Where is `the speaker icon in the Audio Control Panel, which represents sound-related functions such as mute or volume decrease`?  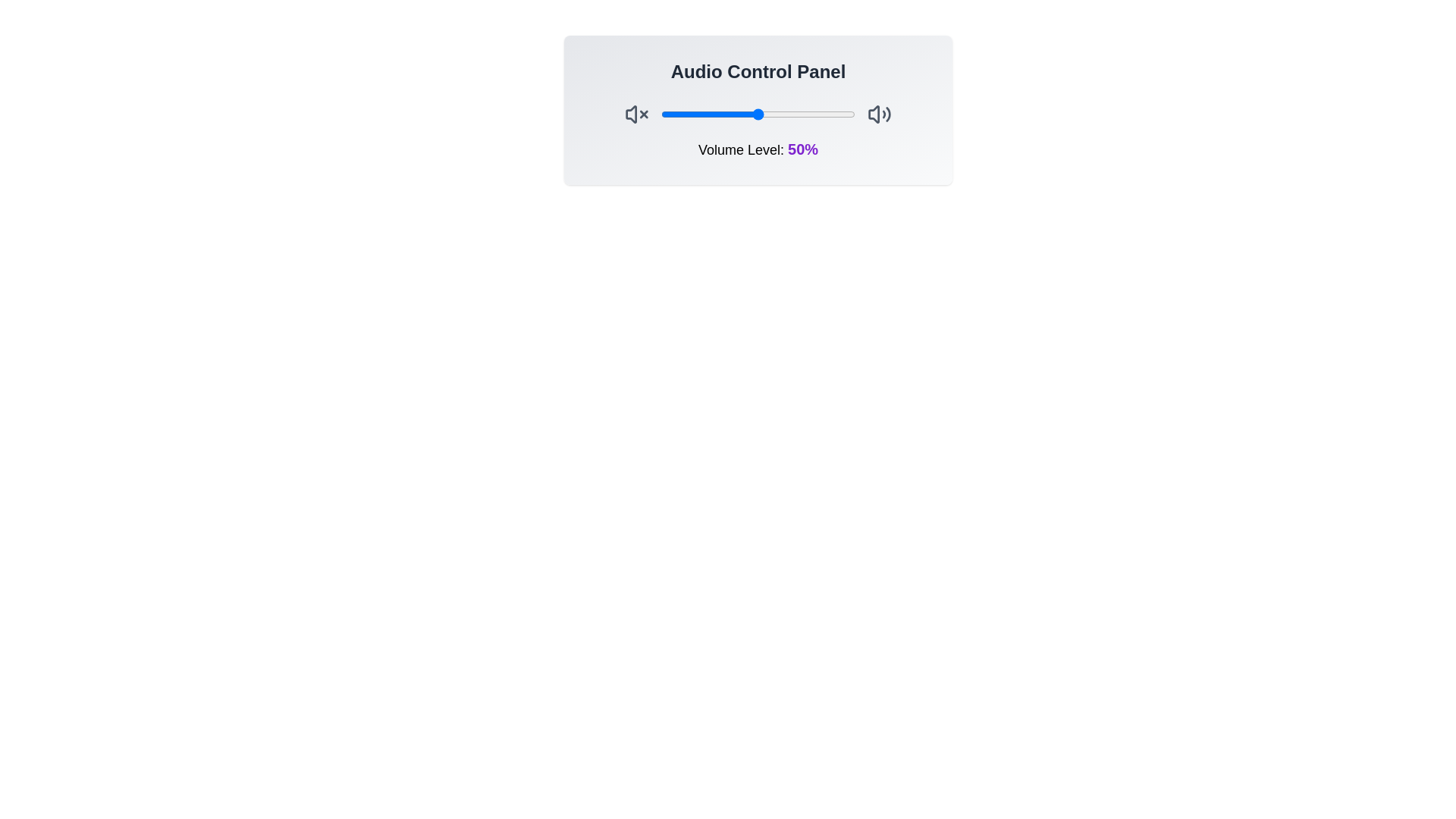
the speaker icon in the Audio Control Panel, which represents sound-related functions such as mute or volume decrease is located at coordinates (631, 113).